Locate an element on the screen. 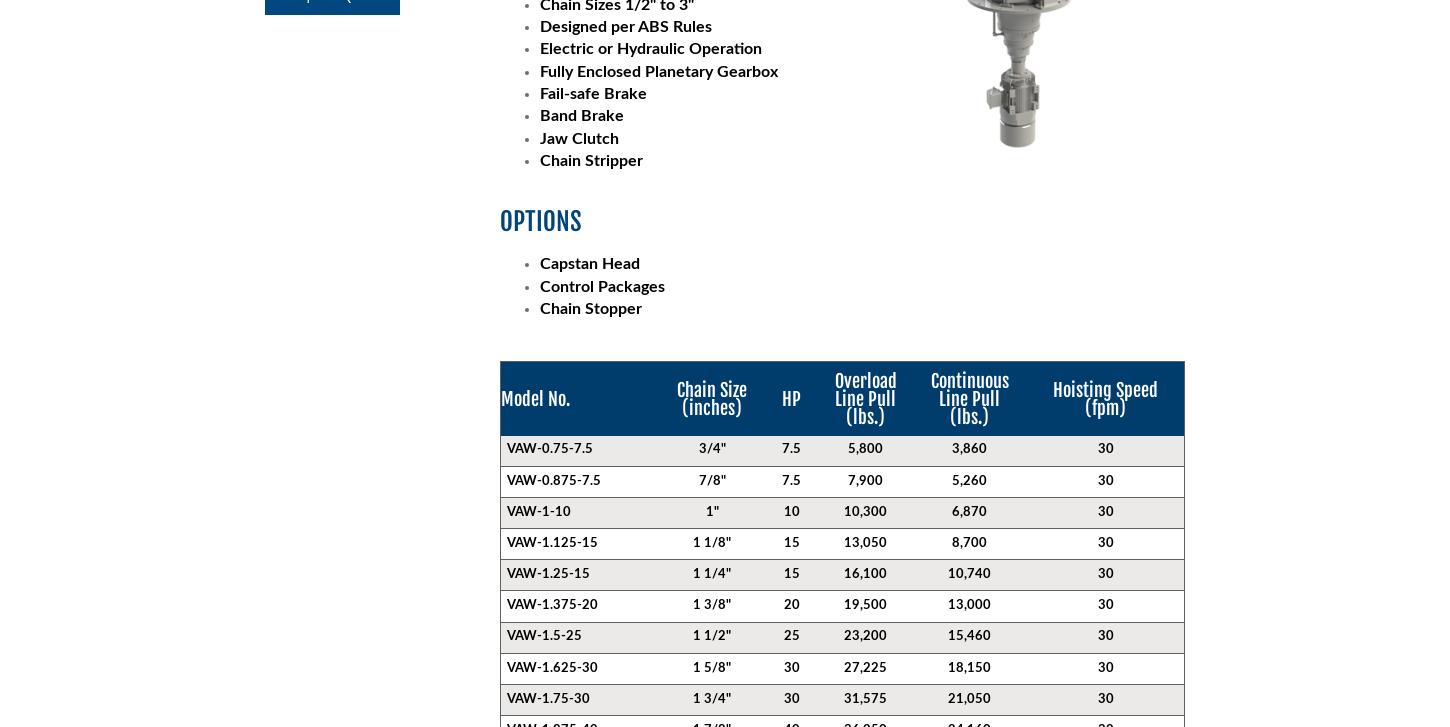 The width and height of the screenshot is (1450, 727). 'Continuous' is located at coordinates (929, 379).